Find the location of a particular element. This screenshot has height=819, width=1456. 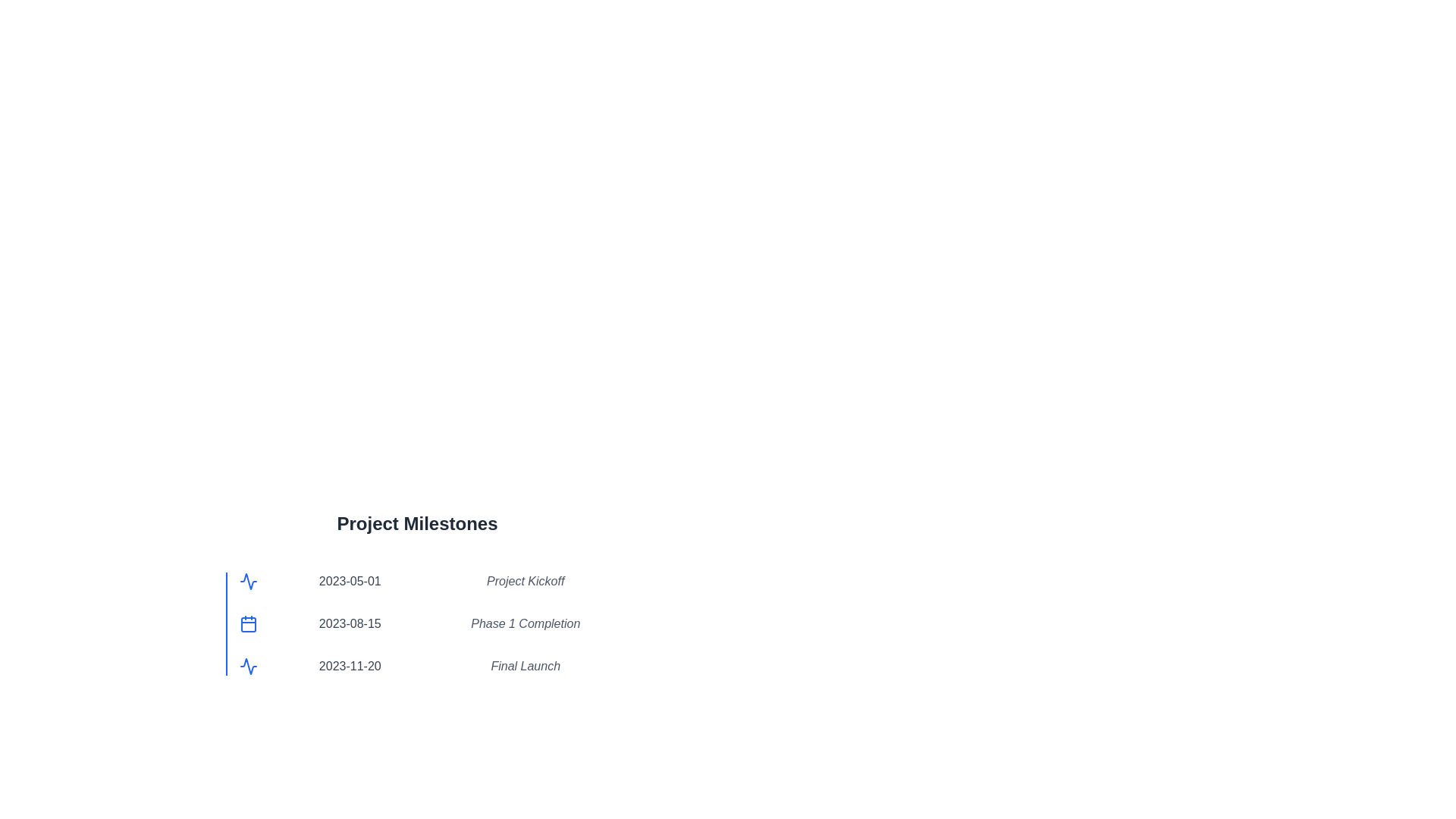

the Scrollable Information Panel that displays 'Project Milestones' with a white background, located towards the lower middle section of the interface is located at coordinates (417, 614).